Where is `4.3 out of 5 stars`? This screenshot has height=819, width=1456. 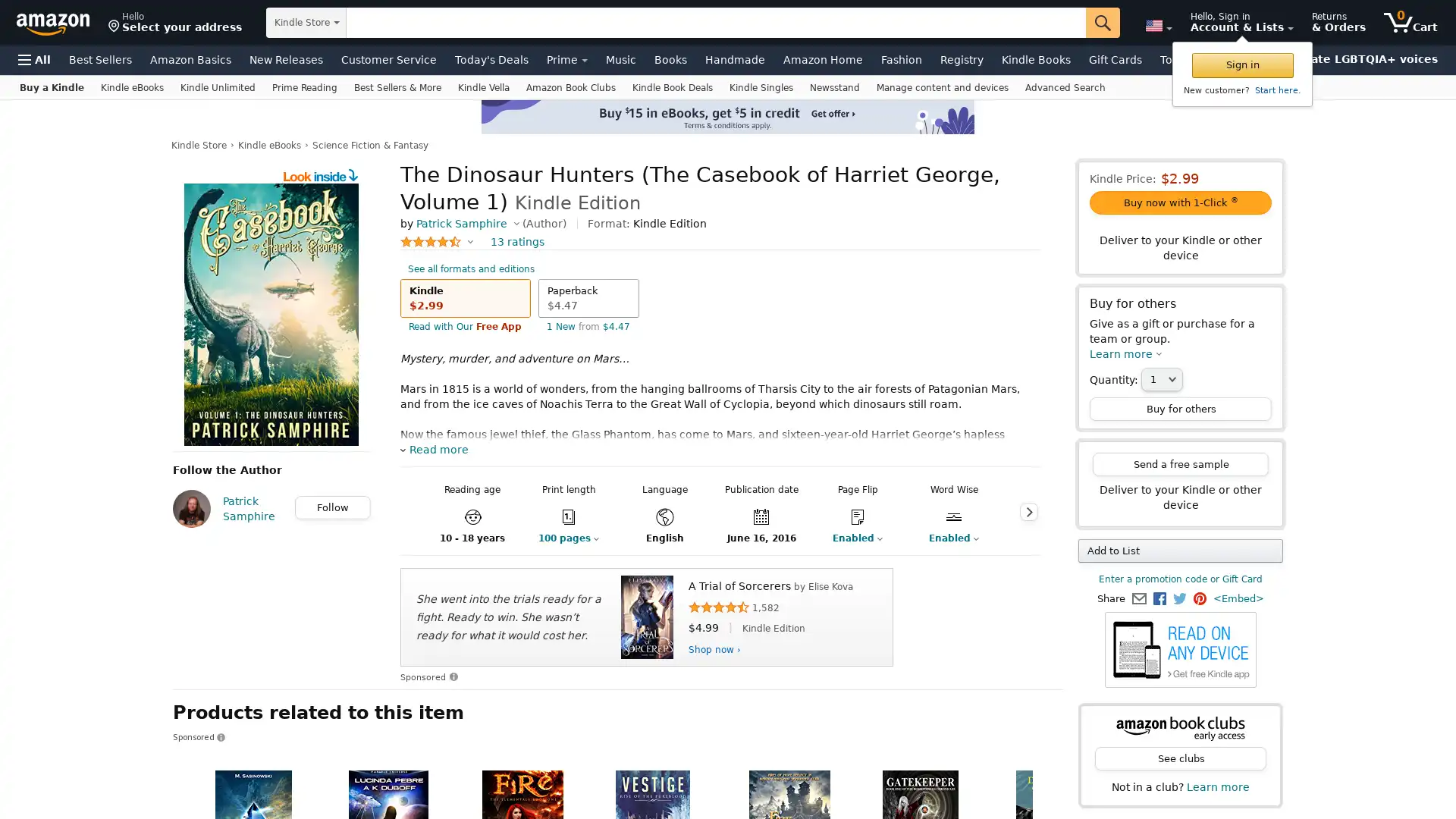 4.3 out of 5 stars is located at coordinates (436, 241).